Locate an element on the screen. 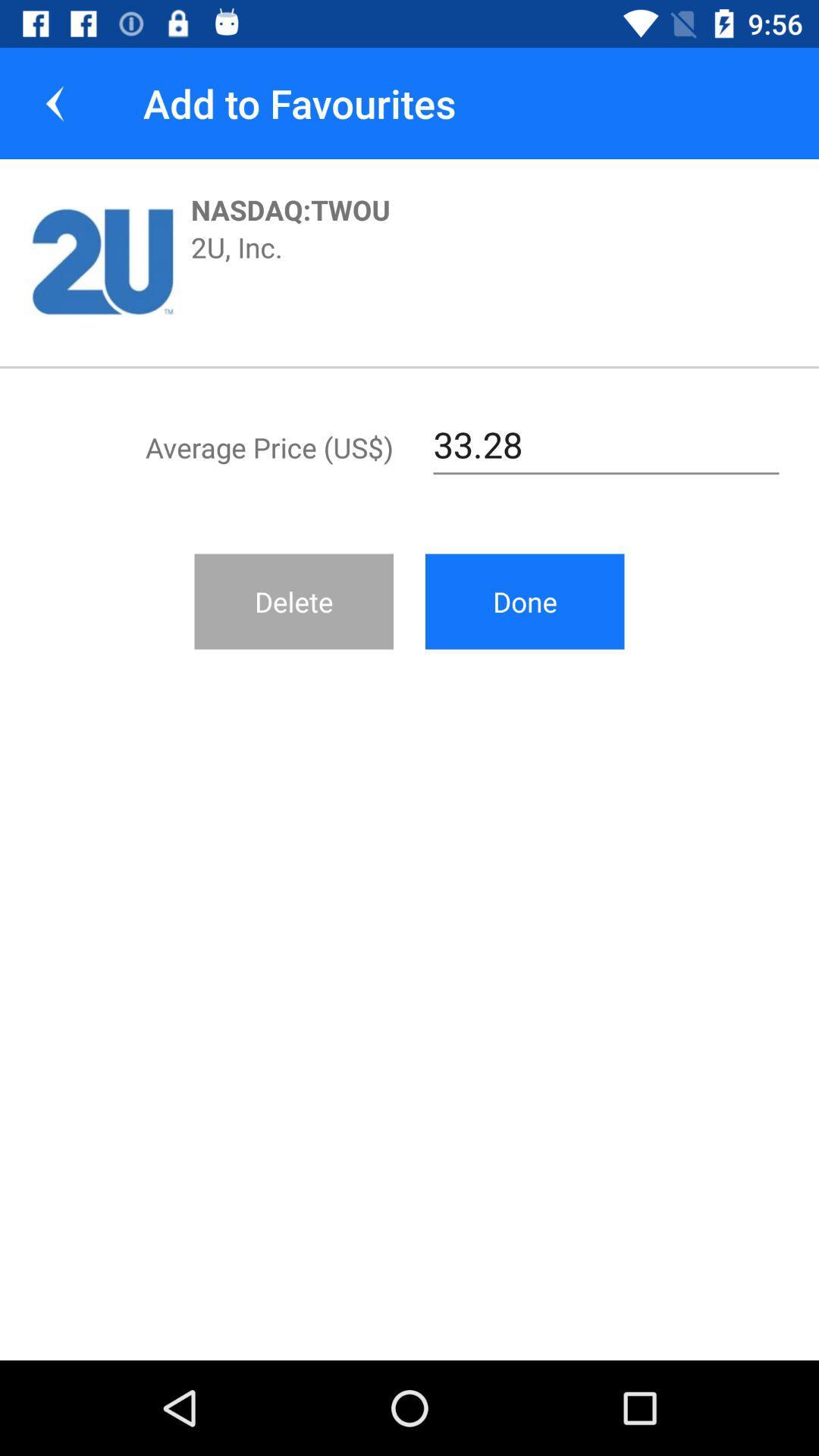 This screenshot has width=819, height=1456. the item next to average price (us$) item is located at coordinates (605, 444).